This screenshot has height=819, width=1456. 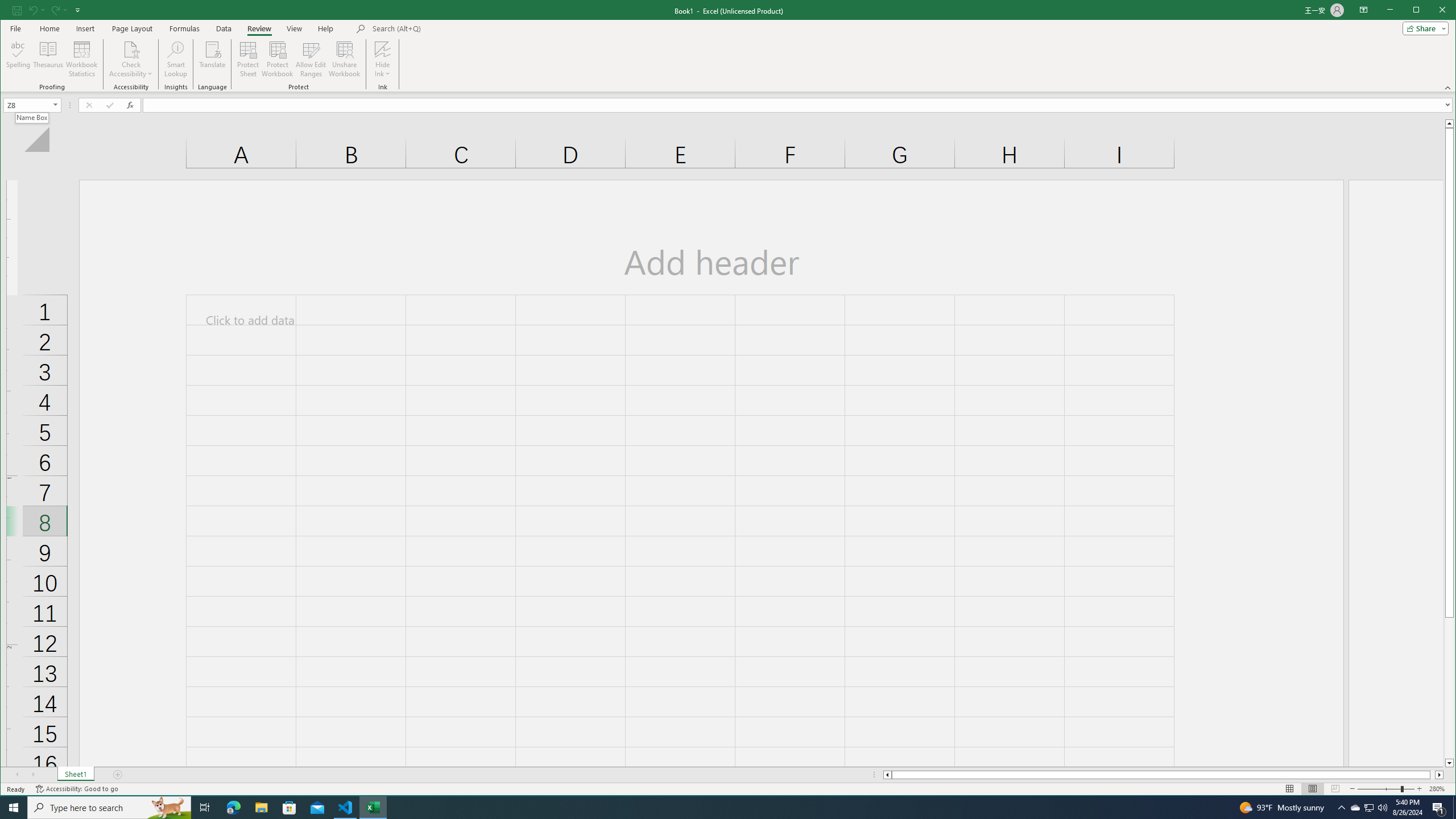 I want to click on 'File Explorer', so click(x=260, y=806).